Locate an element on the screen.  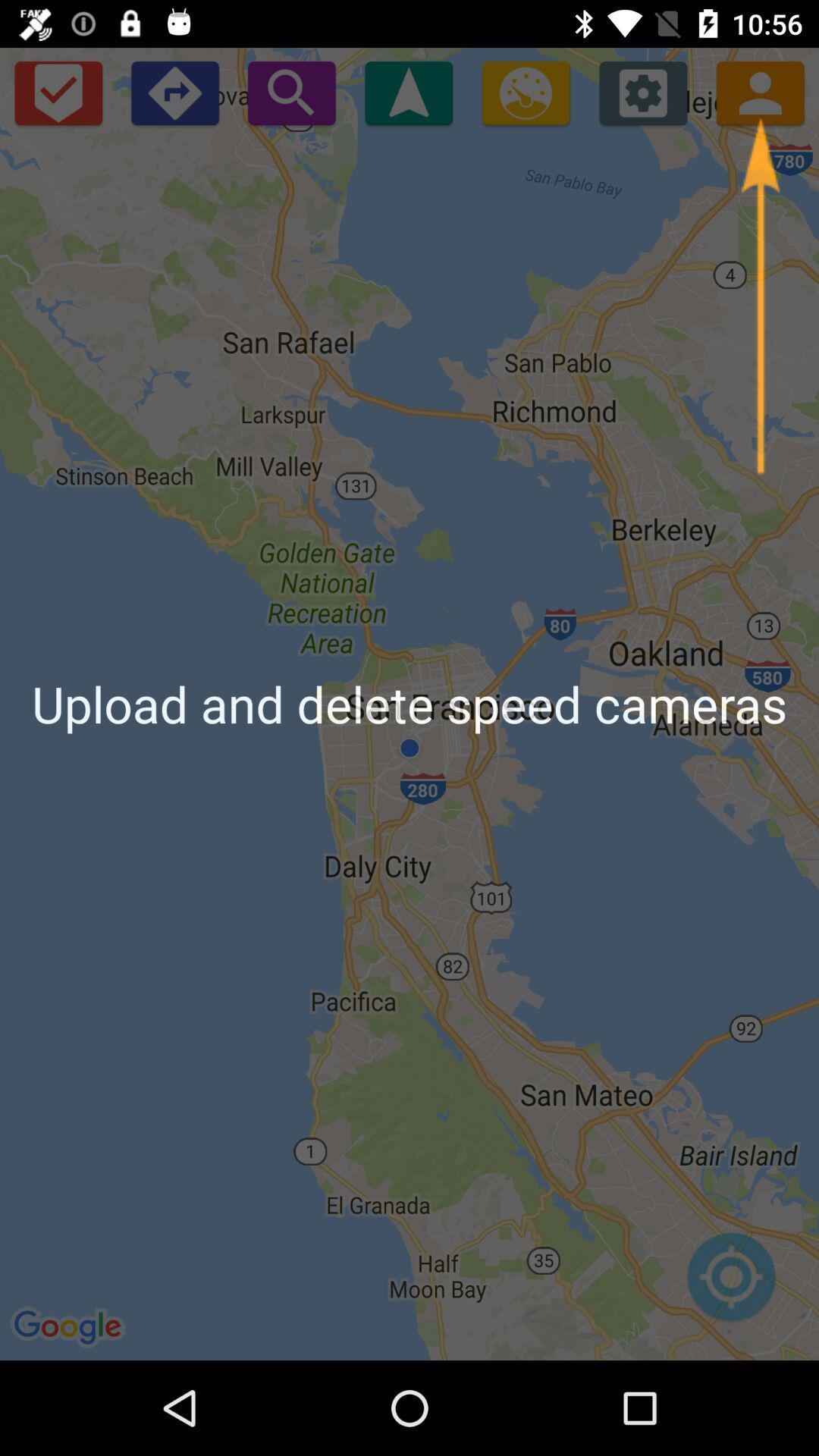
the location_crosshair icon is located at coordinates (730, 1284).